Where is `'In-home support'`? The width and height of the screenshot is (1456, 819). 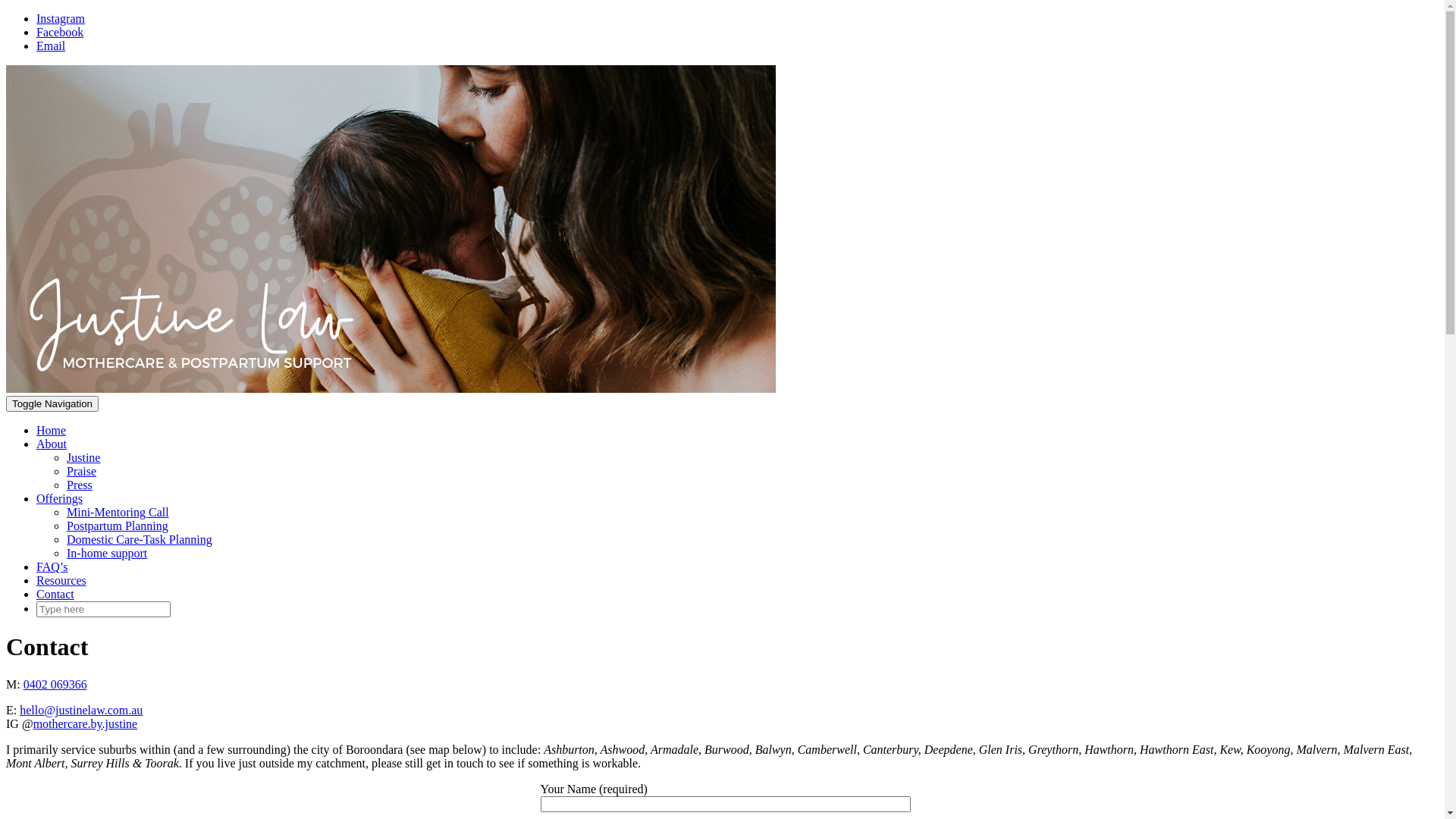
'In-home support' is located at coordinates (105, 553).